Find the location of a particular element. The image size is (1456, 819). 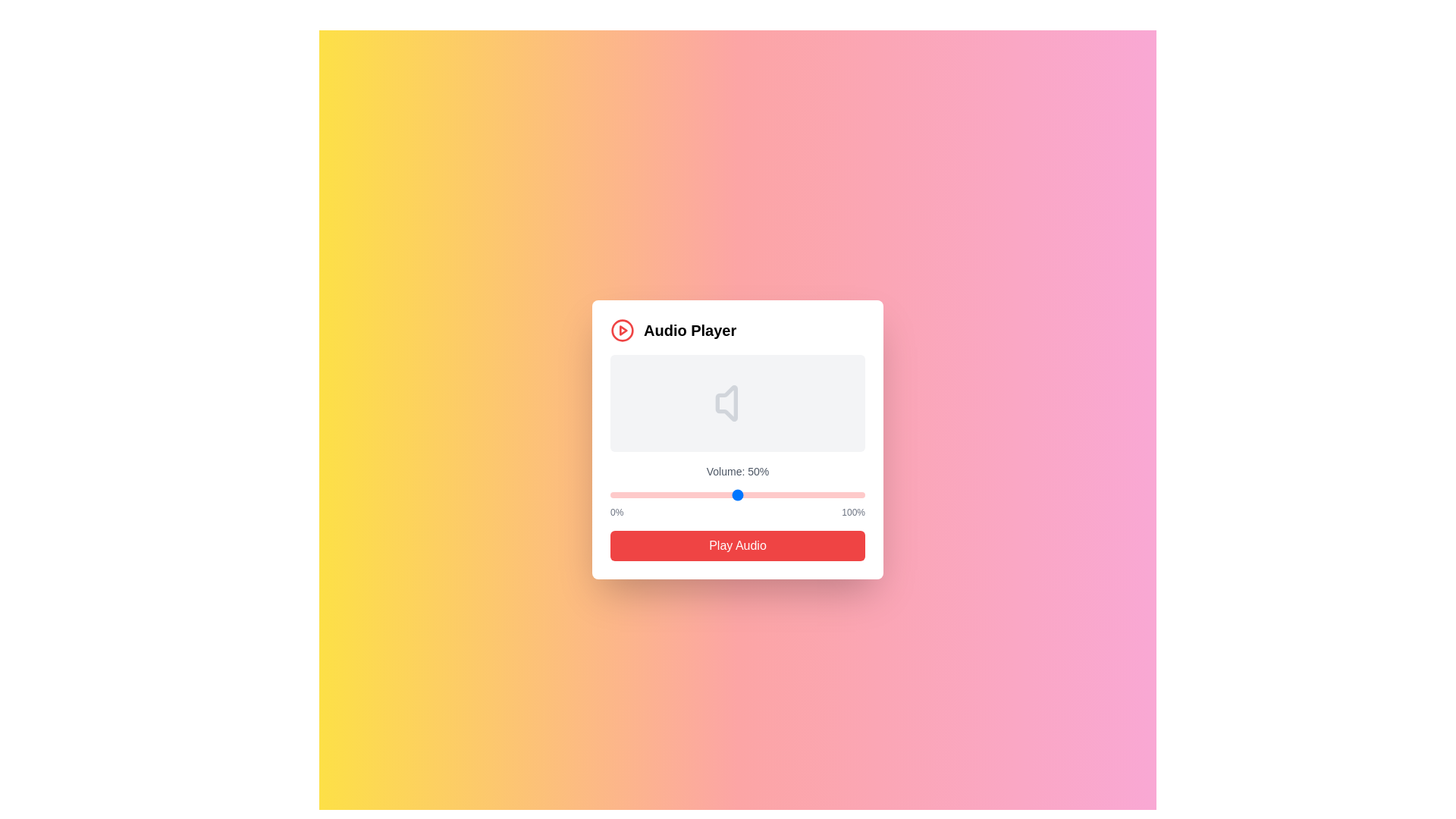

the volume slider to set the volume to 66% is located at coordinates (778, 494).